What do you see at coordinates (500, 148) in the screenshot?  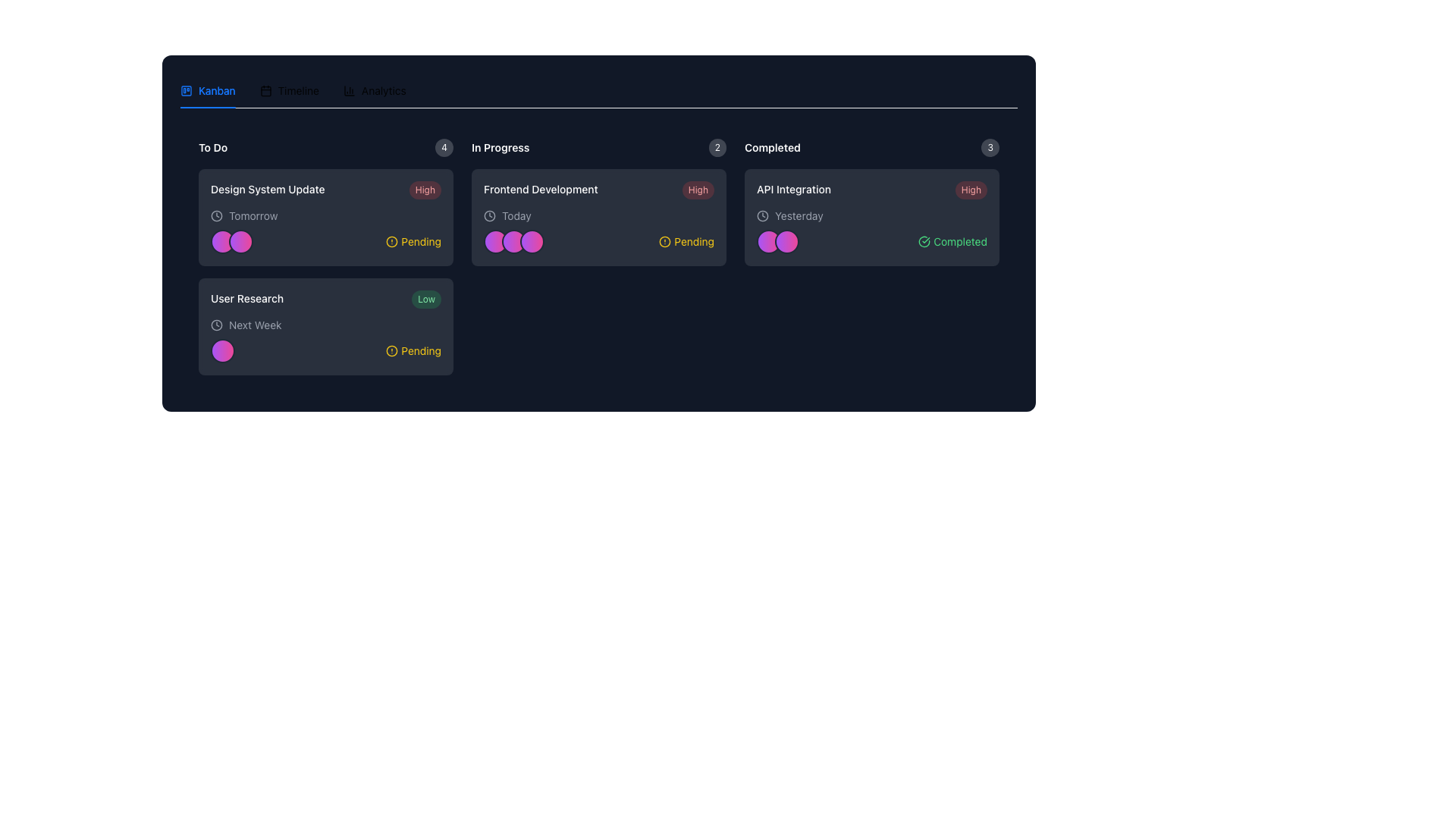 I see `the text label displaying 'In Progress' in bold white font, located in the 'In Progress' column of the main section` at bounding box center [500, 148].